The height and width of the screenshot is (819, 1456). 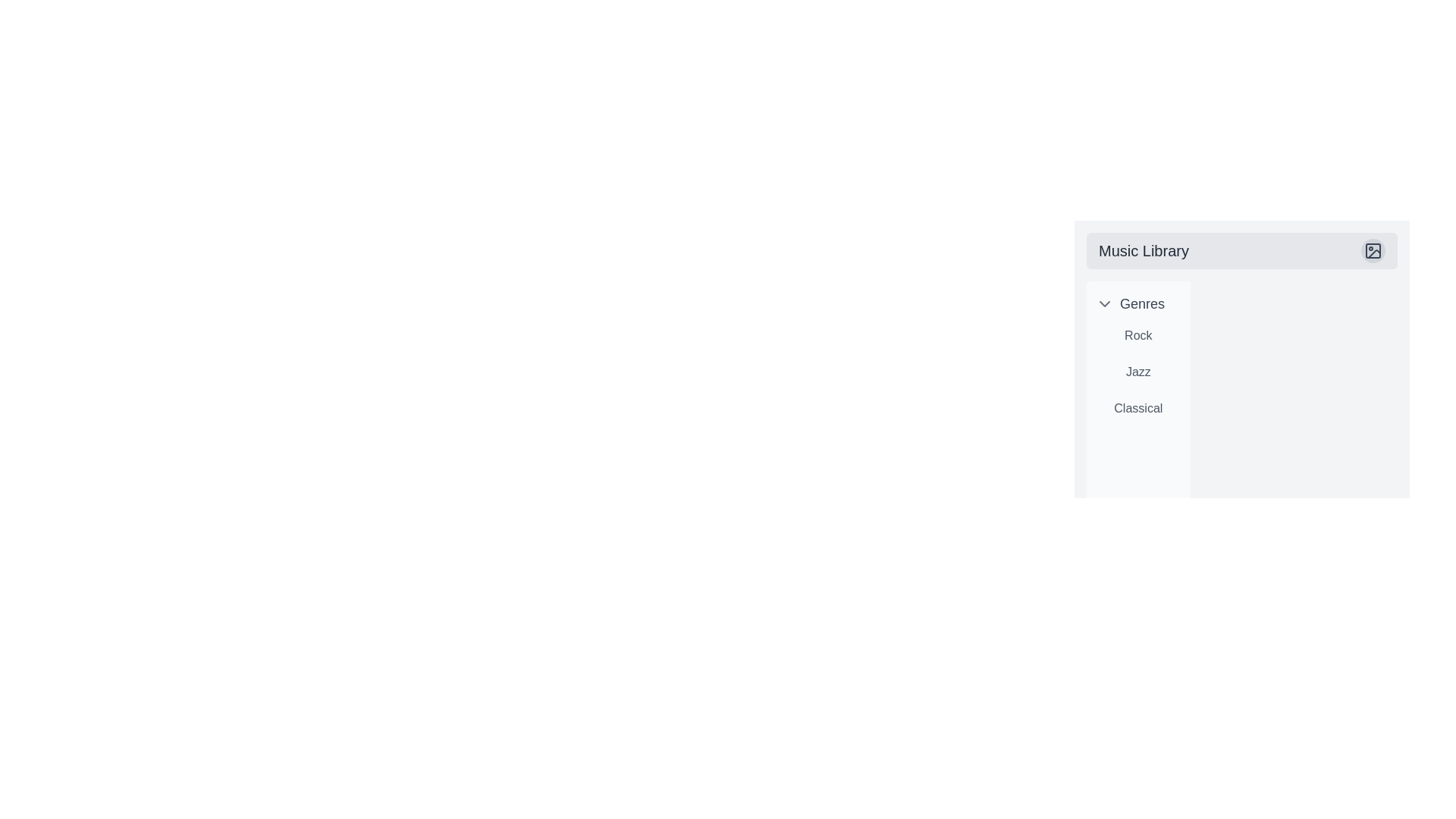 I want to click on the largest rectangular shape with rounded corners that represents a photograph or image placeholder within the SVG icon group in the top-right corner of the 'Music Library' header area, so click(x=1373, y=250).